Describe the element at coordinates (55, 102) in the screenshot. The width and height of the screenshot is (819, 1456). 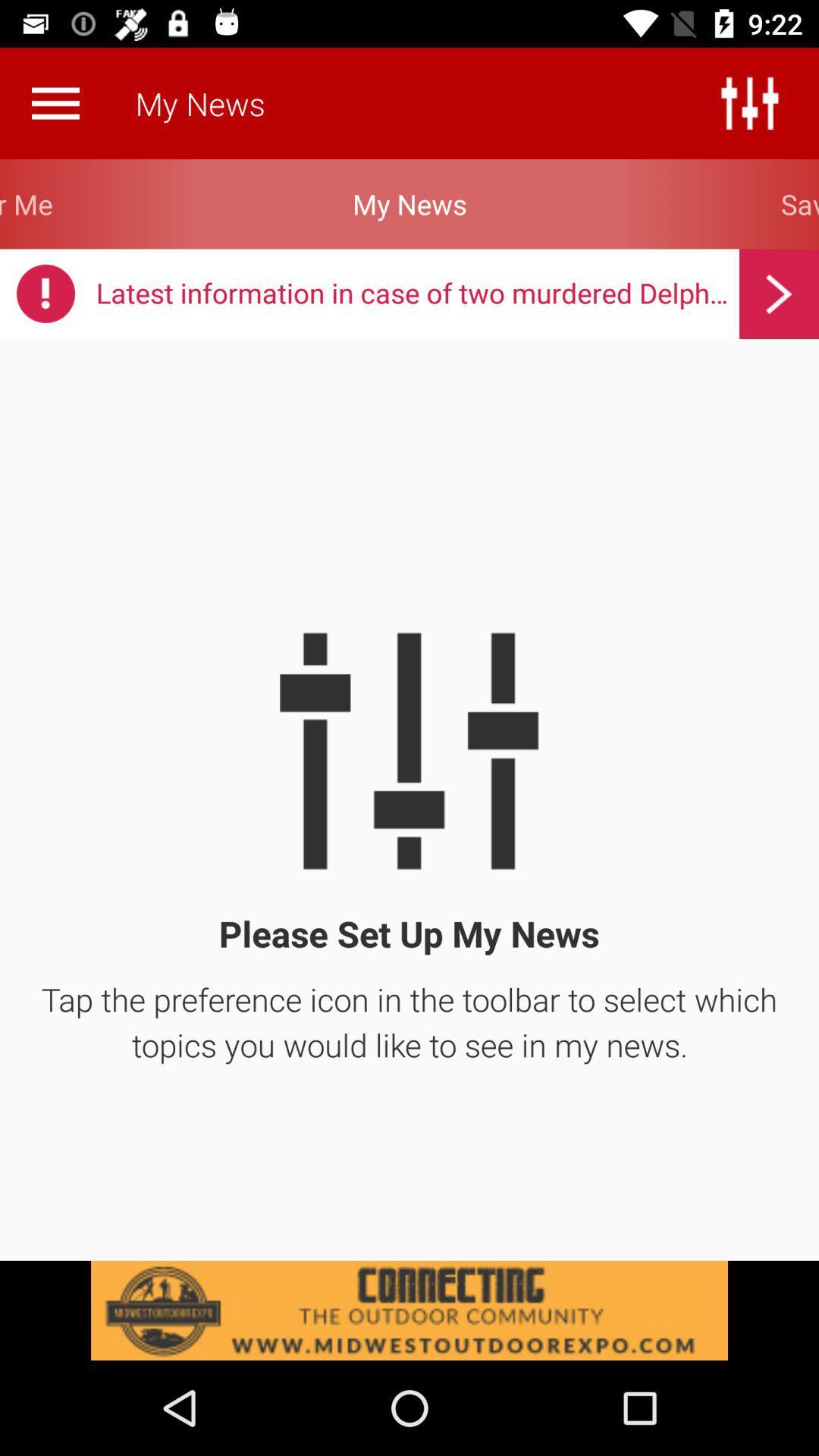
I see `open the menu` at that location.